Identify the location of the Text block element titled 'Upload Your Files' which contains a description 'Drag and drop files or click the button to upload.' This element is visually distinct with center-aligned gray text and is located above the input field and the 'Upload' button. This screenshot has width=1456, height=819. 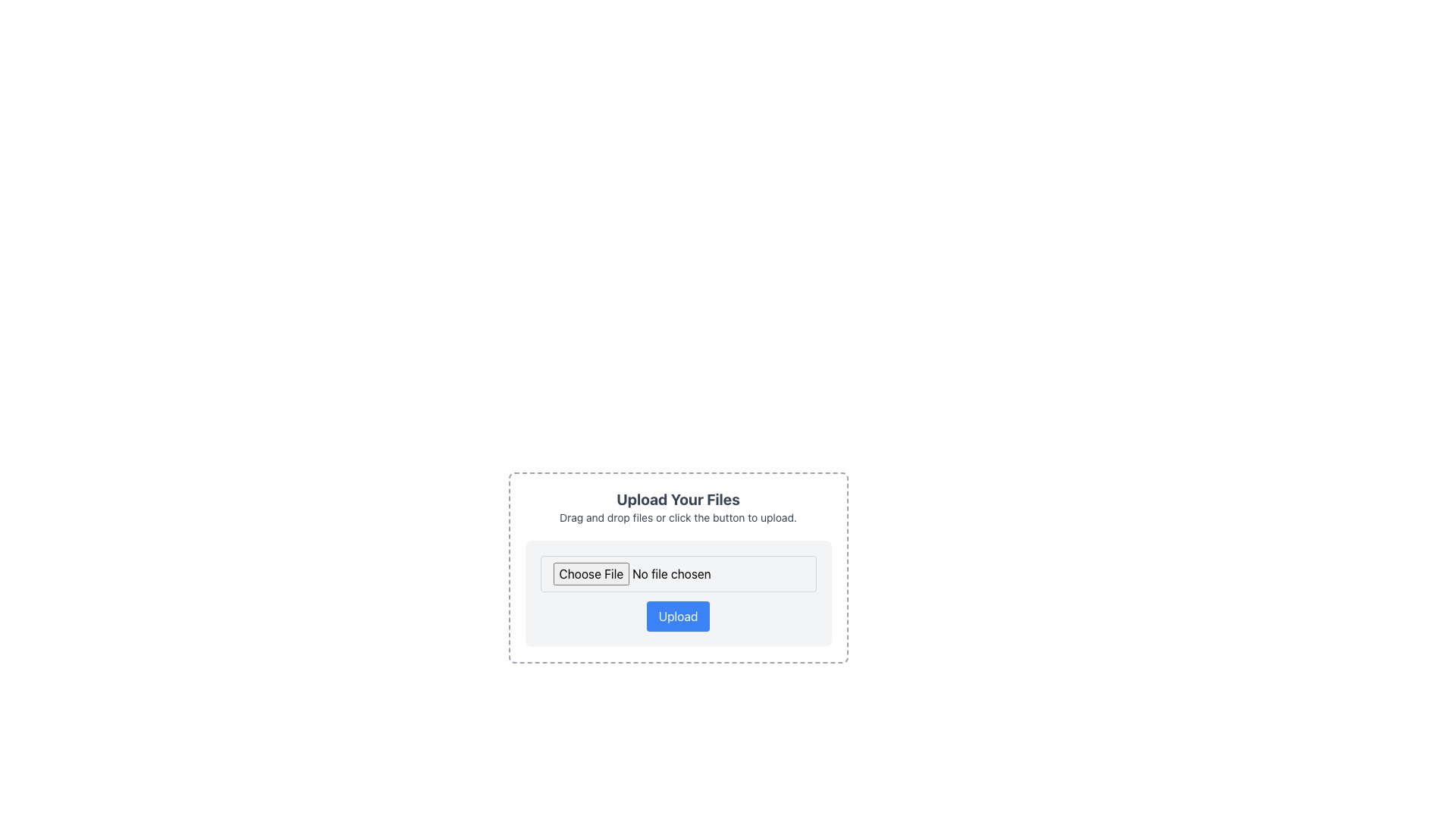
(677, 507).